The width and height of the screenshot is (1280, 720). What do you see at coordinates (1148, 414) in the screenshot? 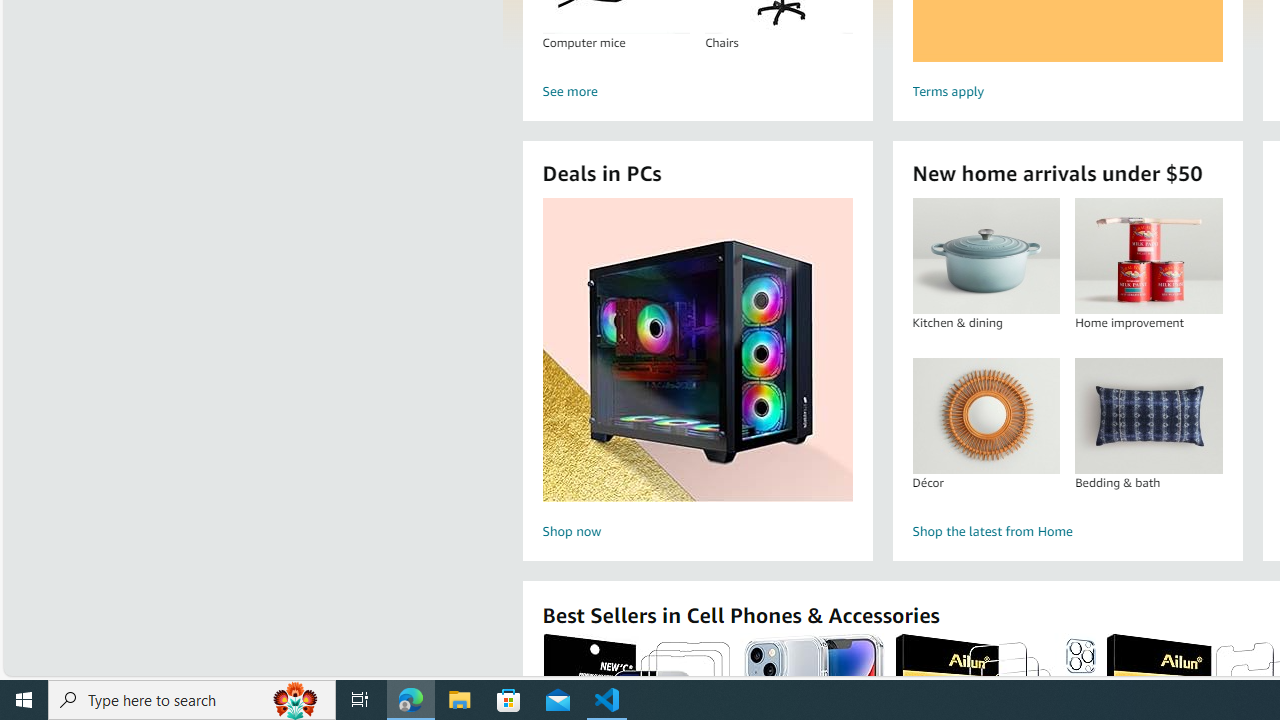
I see `'Bedding & bath'` at bounding box center [1148, 414].